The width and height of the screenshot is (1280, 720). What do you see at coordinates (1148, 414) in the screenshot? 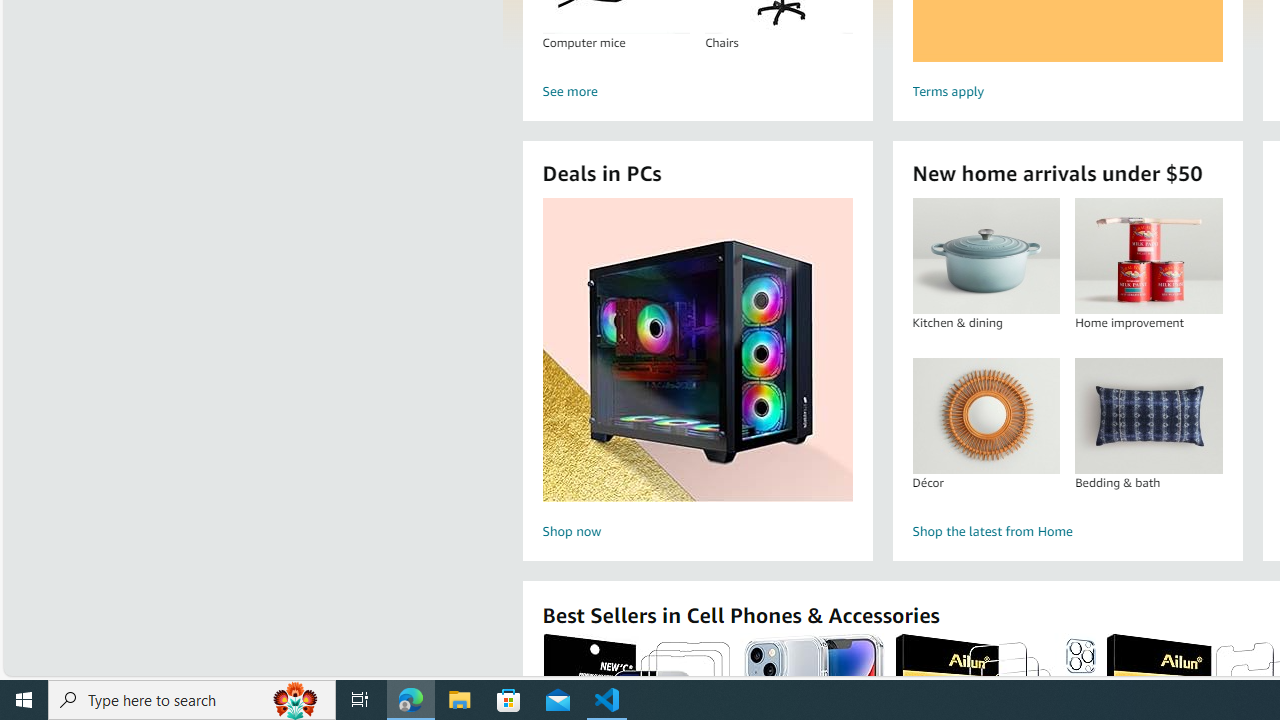
I see `'Bedding & bath'` at bounding box center [1148, 414].